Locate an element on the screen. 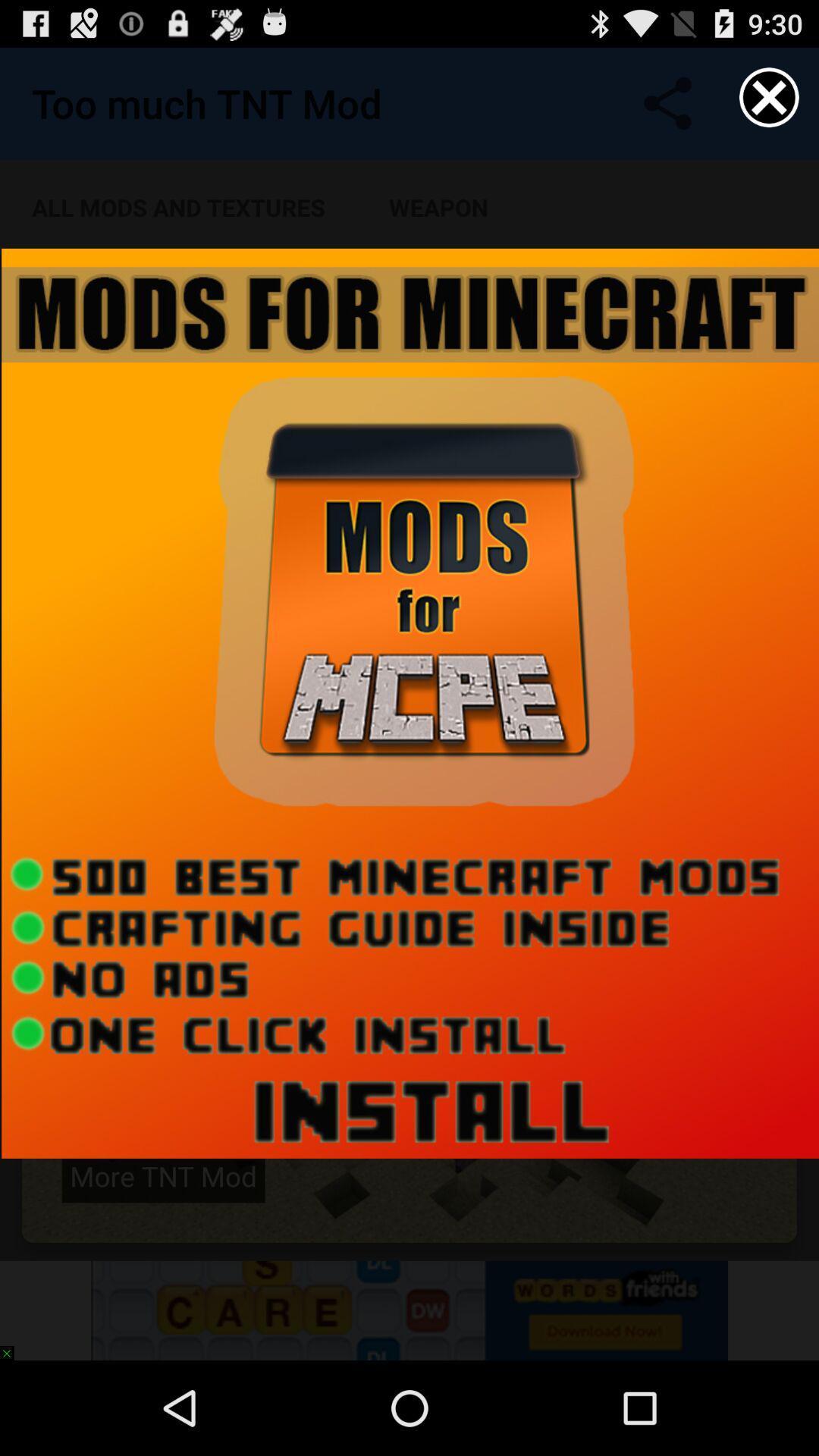 The height and width of the screenshot is (1456, 819). icon at the bottom left corner is located at coordinates (14, 1346).